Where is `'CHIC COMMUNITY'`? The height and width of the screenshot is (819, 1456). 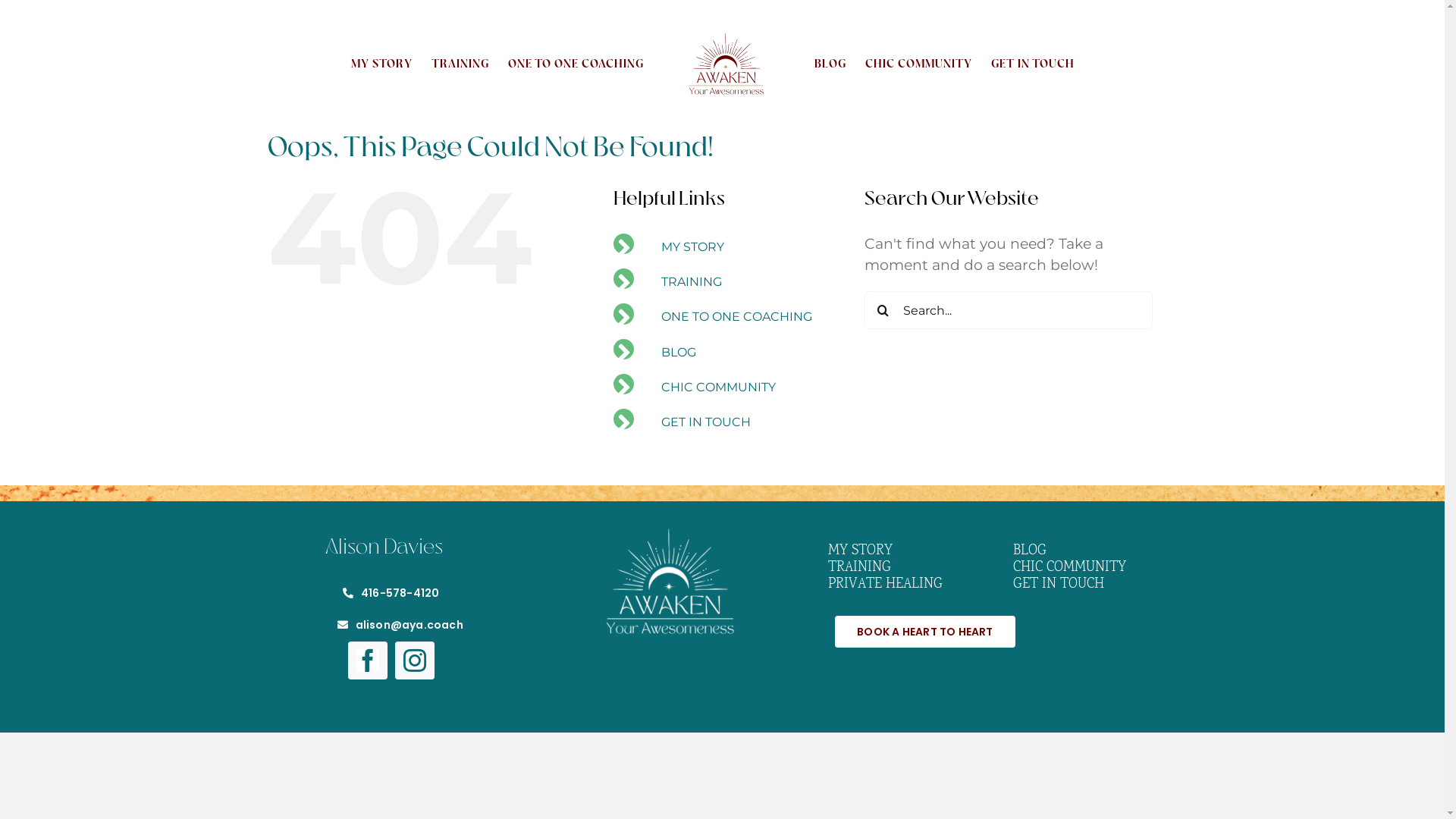
'CHIC COMMUNITY' is located at coordinates (717, 386).